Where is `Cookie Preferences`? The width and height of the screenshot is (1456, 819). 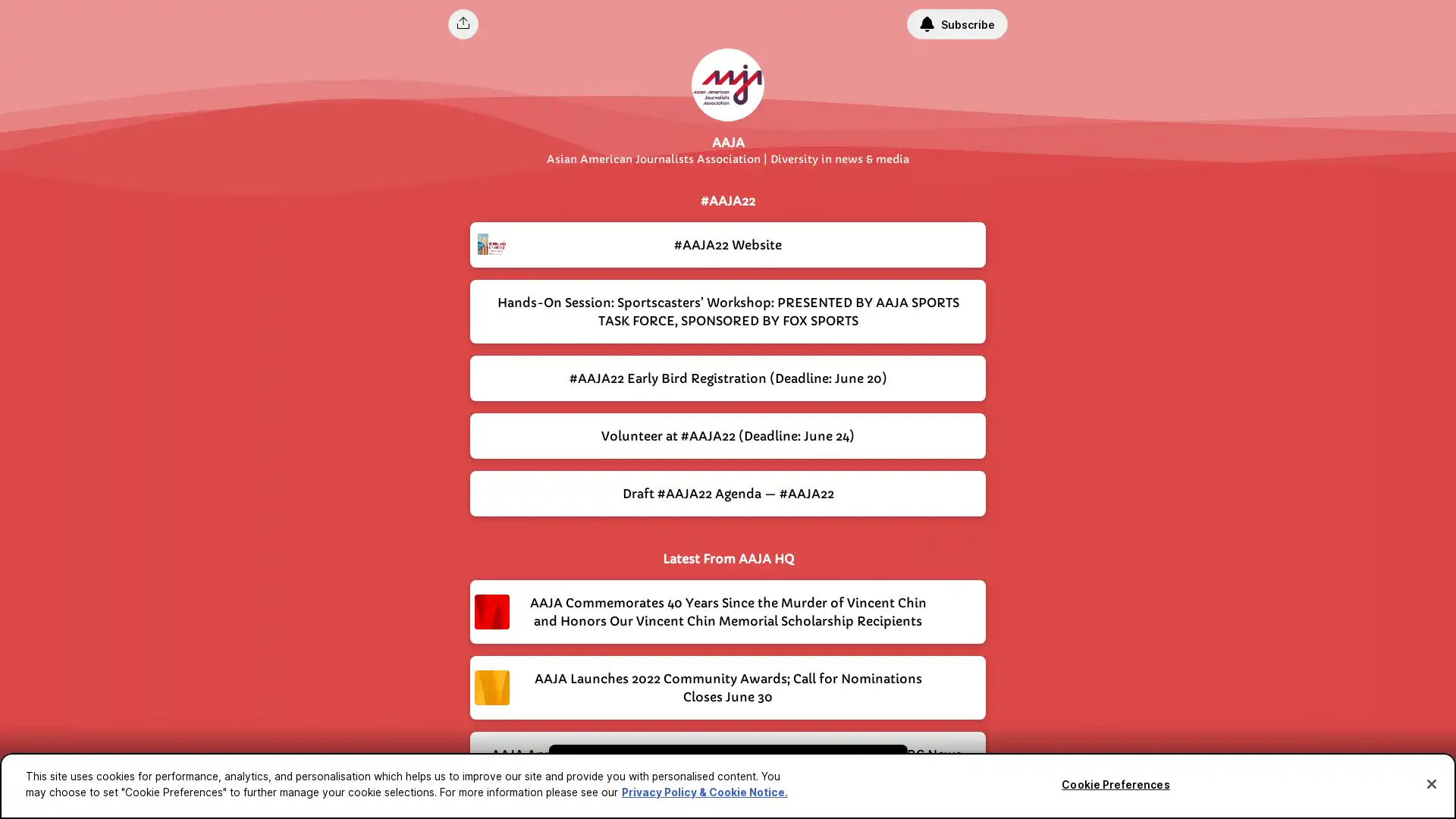
Cookie Preferences is located at coordinates (1115, 784).